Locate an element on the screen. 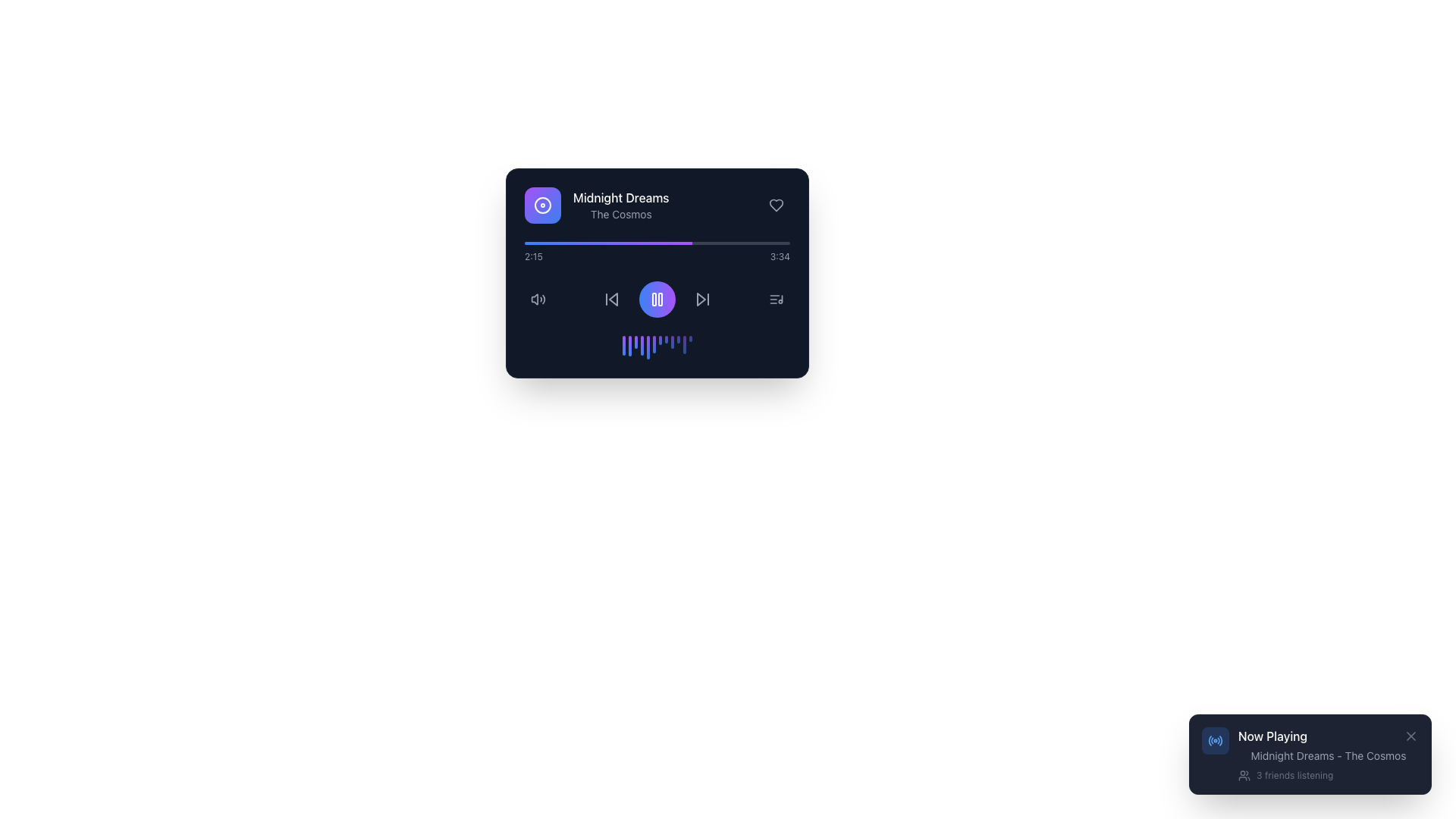 Image resolution: width=1456 pixels, height=819 pixels. the speaker icon that resembles a minimalistic design emitting sound waves is located at coordinates (538, 299).